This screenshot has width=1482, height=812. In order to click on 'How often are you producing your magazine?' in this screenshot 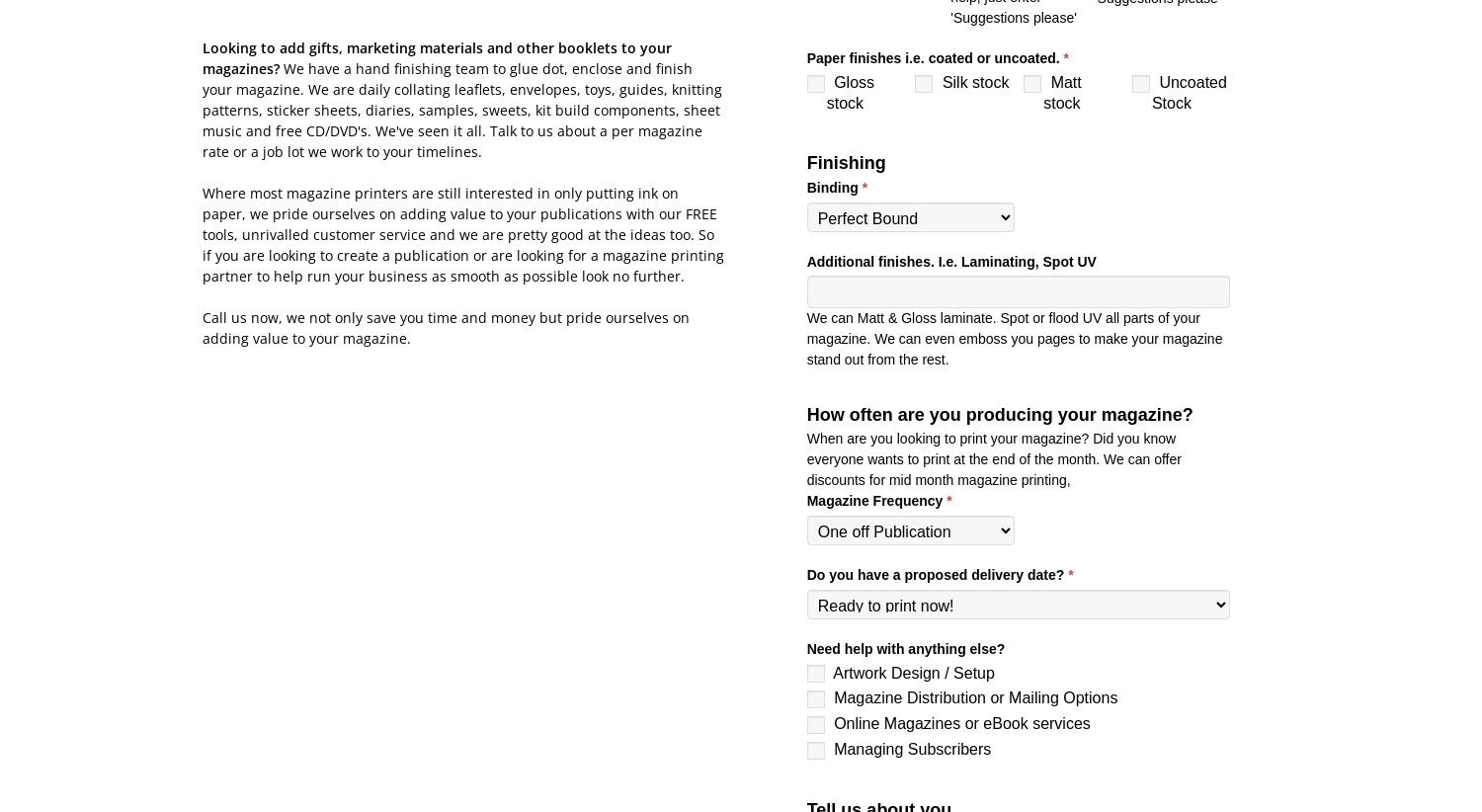, I will do `click(999, 412)`.